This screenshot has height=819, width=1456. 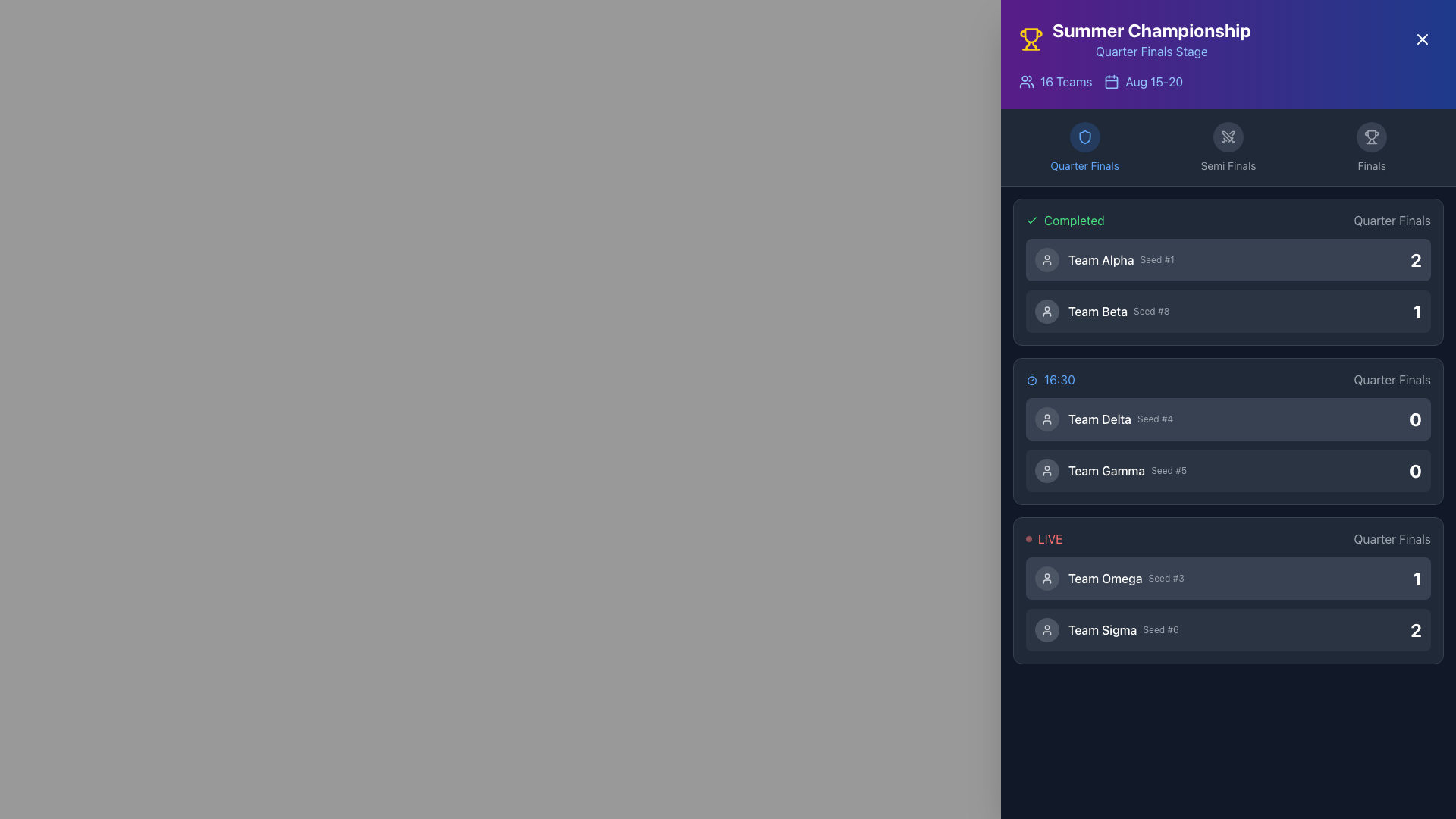 What do you see at coordinates (1084, 166) in the screenshot?
I see `the 'Quarter Finals' navigation label, which is positioned centrally between the shield icon and other navigation options` at bounding box center [1084, 166].